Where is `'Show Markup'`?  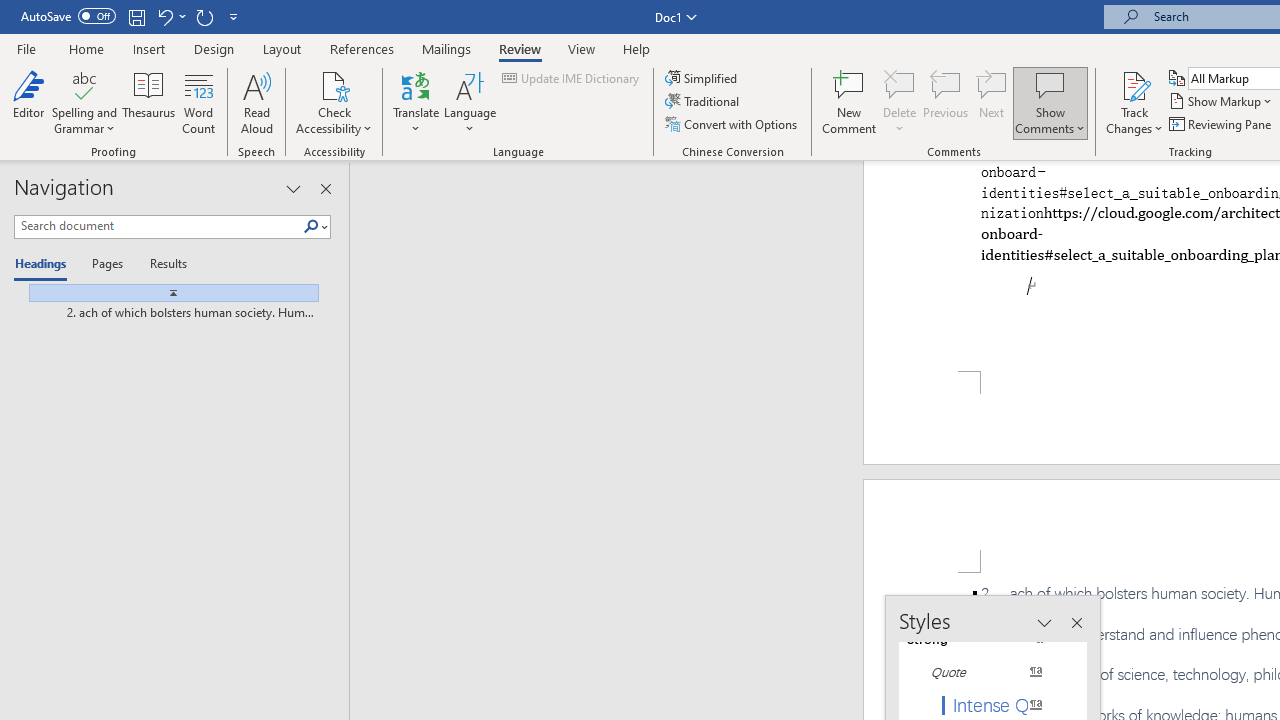 'Show Markup' is located at coordinates (1221, 101).